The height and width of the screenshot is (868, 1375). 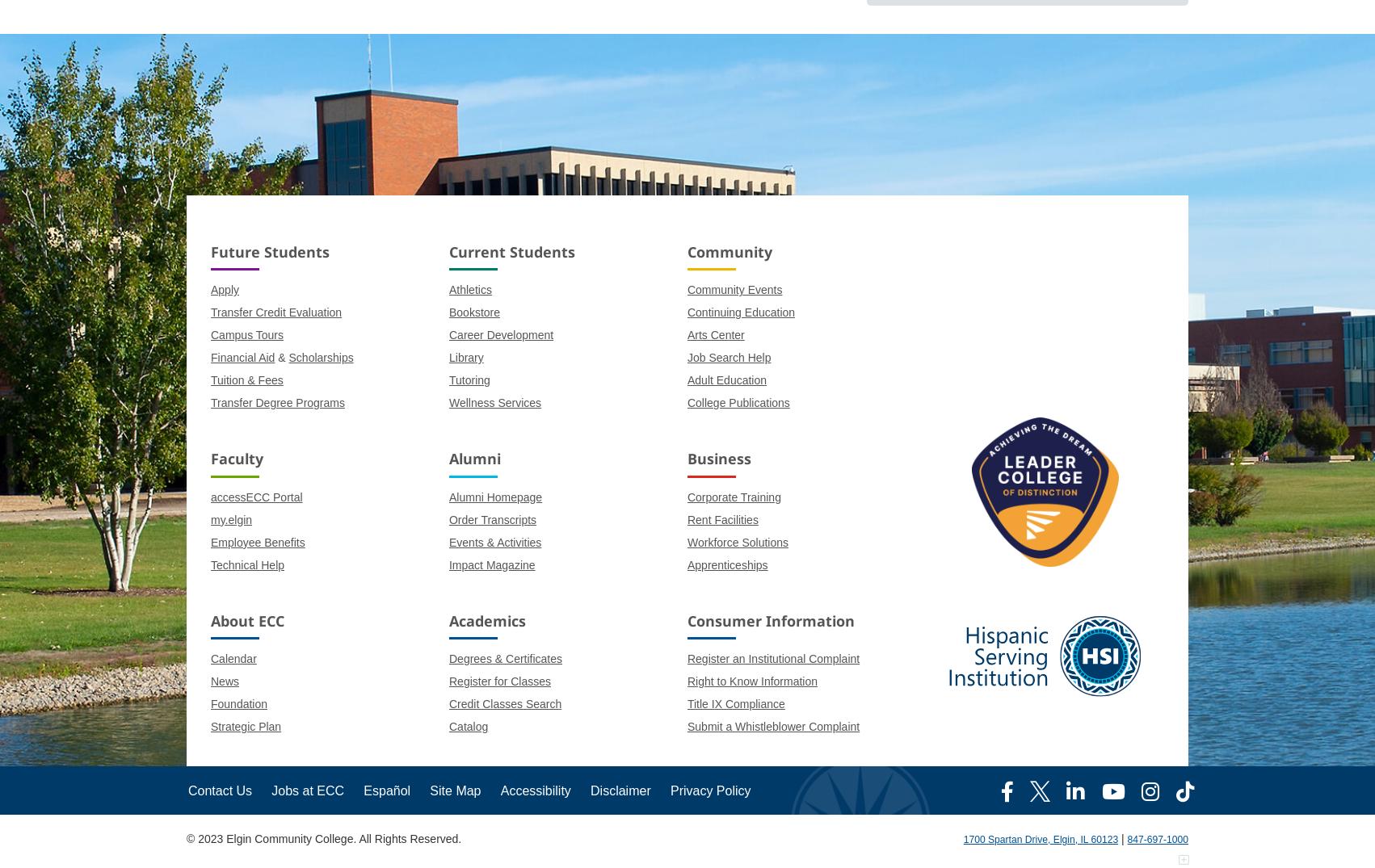 What do you see at coordinates (246, 725) in the screenshot?
I see `'Strategic Plan'` at bounding box center [246, 725].